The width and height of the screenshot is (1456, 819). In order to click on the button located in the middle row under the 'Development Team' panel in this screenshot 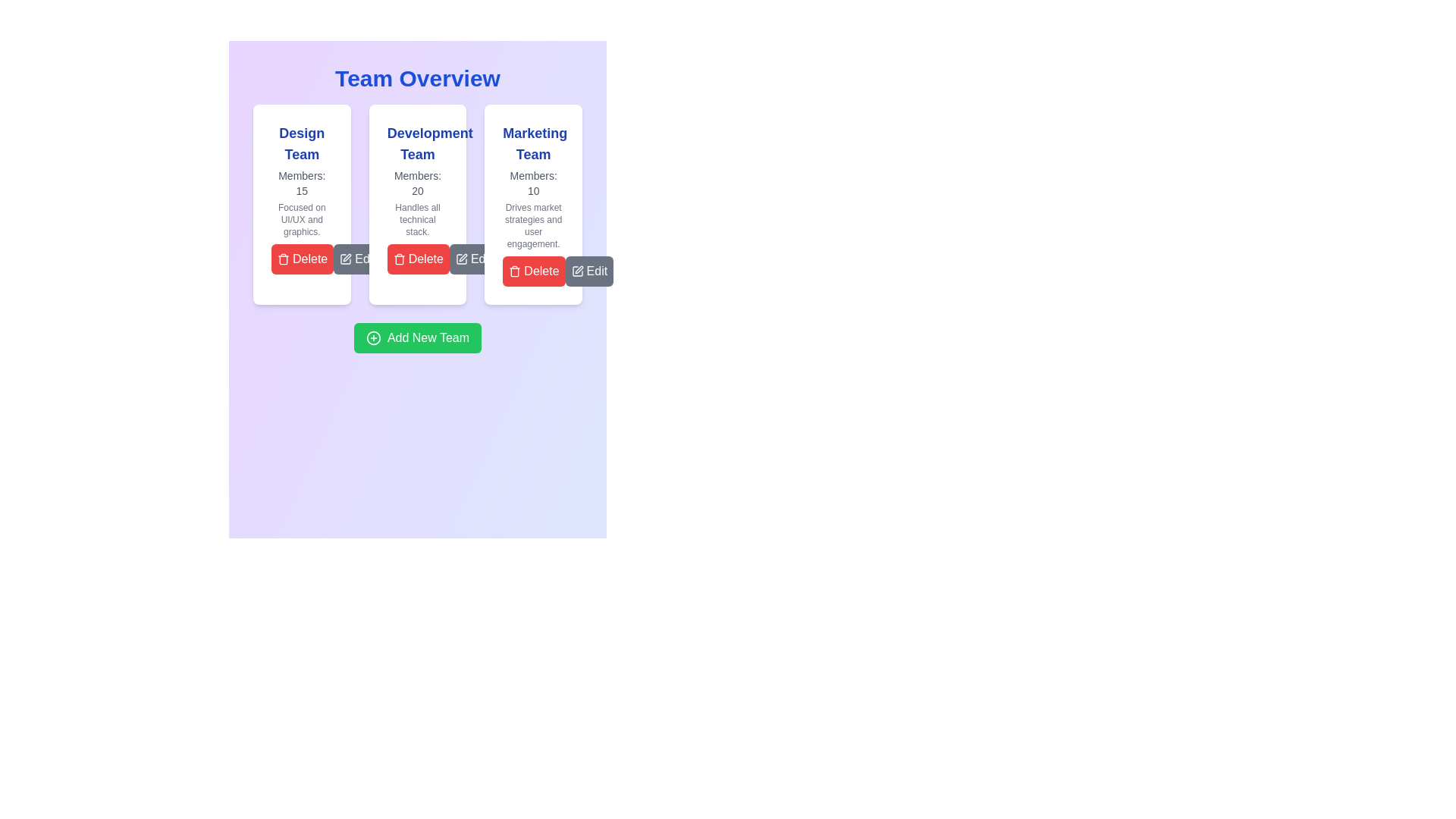, I will do `click(472, 259)`.